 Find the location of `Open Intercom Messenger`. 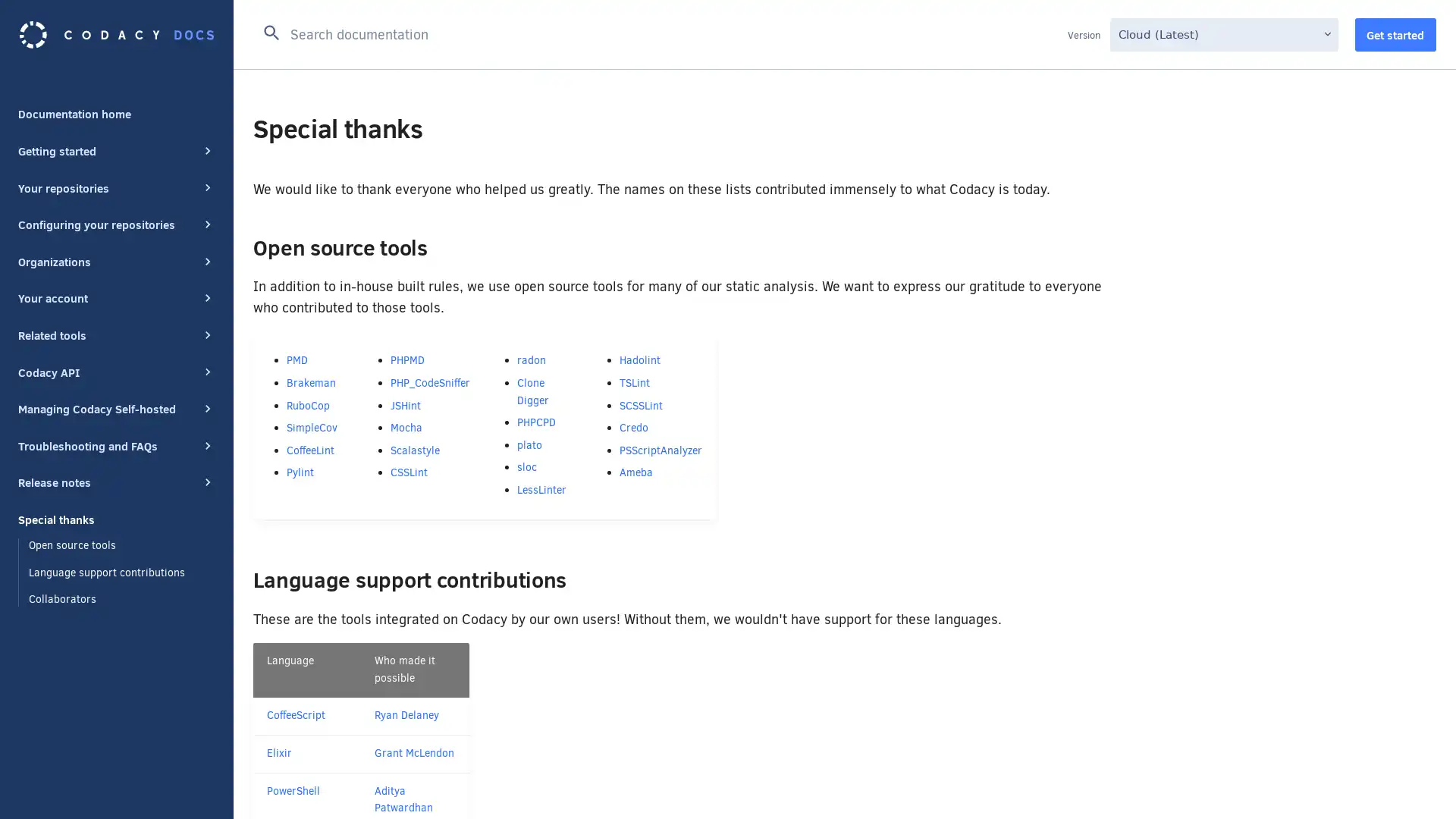

Open Intercom Messenger is located at coordinates (1417, 780).